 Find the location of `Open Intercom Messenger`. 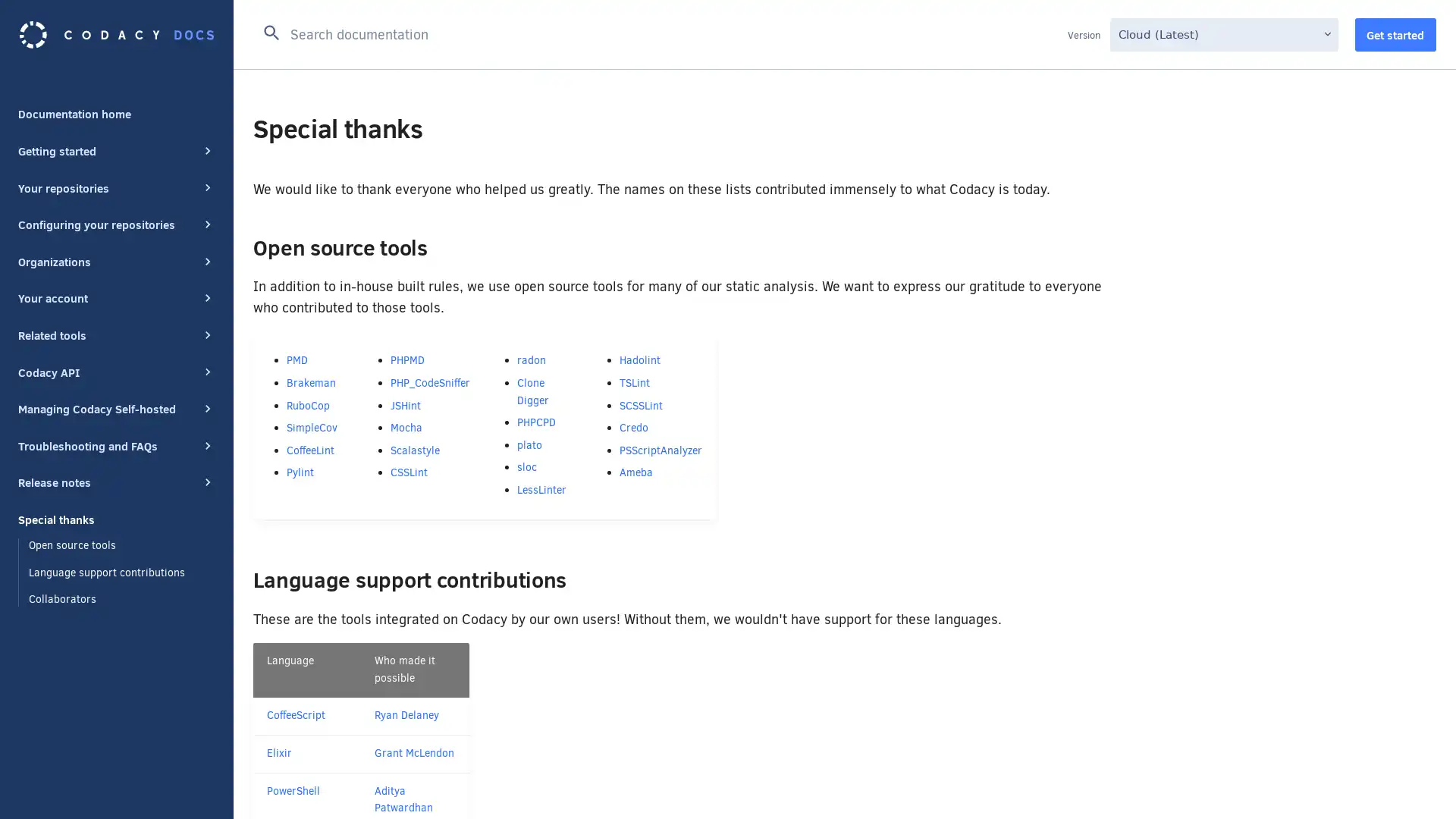

Open Intercom Messenger is located at coordinates (1417, 780).